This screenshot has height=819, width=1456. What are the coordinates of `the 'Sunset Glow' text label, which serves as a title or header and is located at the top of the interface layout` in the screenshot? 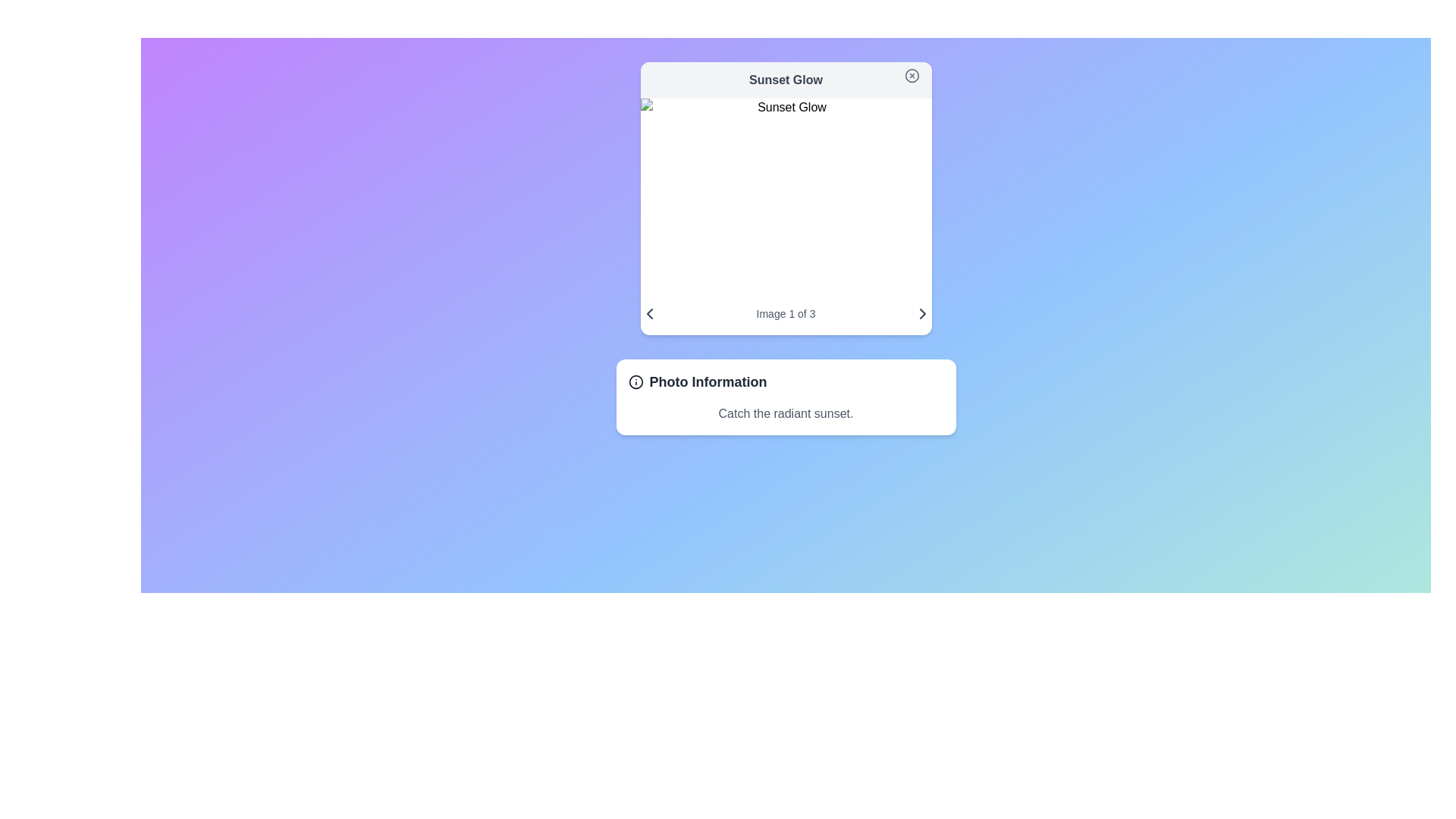 It's located at (786, 80).